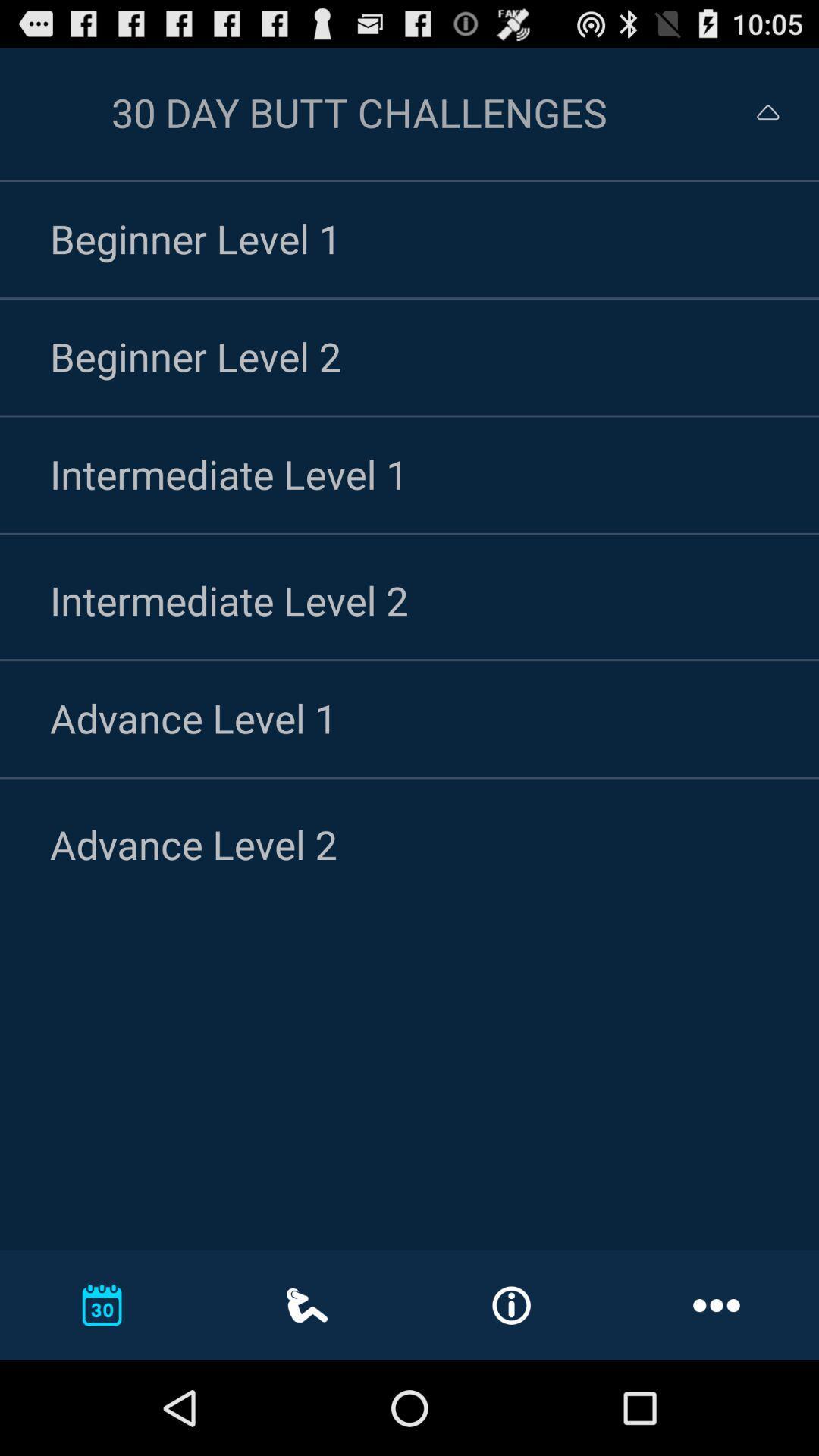 This screenshot has height=1456, width=819. I want to click on the symbol which is to the right of 30 day butt challenges, so click(754, 111).